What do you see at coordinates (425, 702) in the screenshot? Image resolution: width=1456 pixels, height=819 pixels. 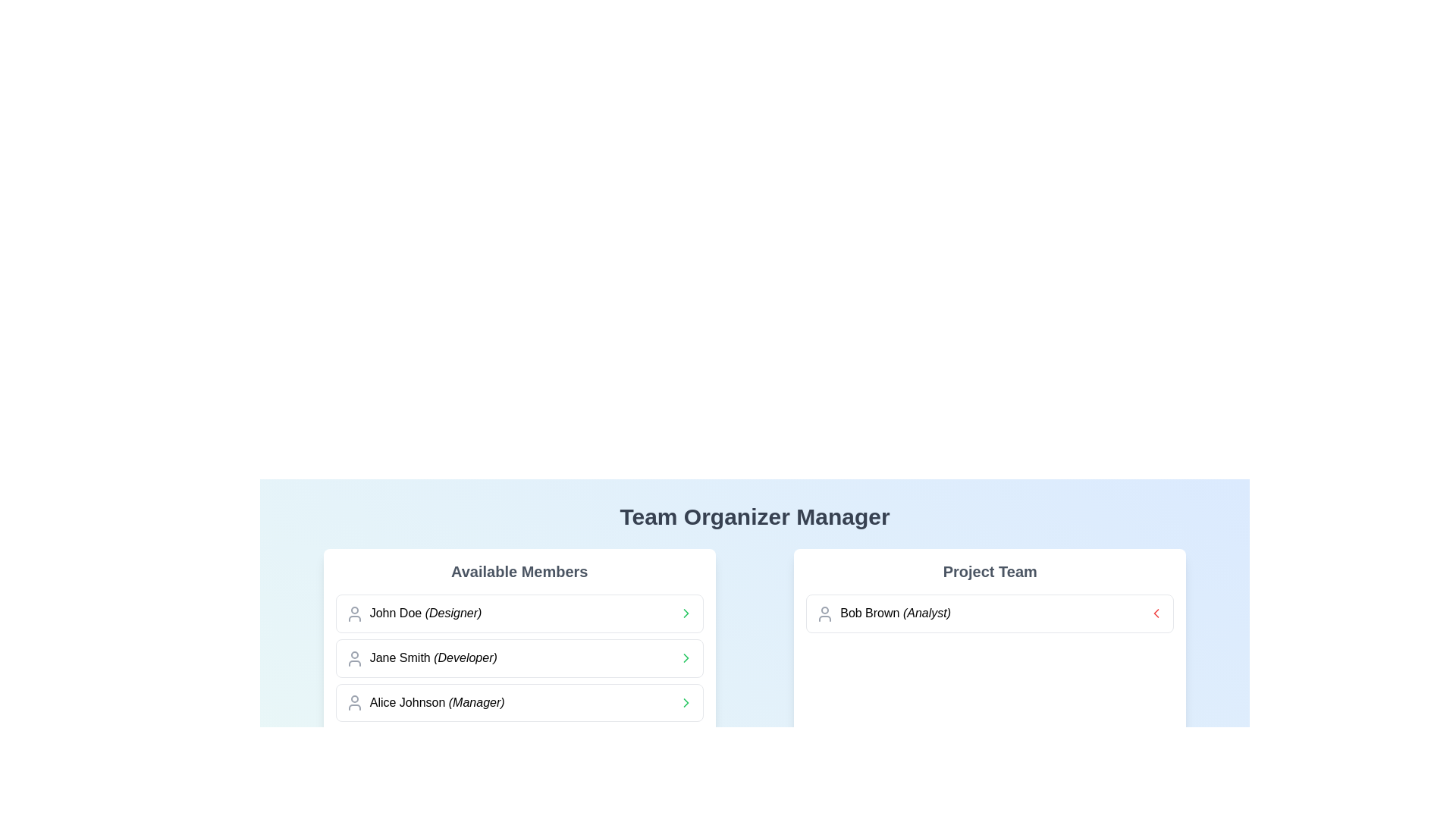 I see `the third static text component displaying the name and role of a team member in the 'Available Members' section, located between 'Jane Smith (Developer)' and the next item` at bounding box center [425, 702].